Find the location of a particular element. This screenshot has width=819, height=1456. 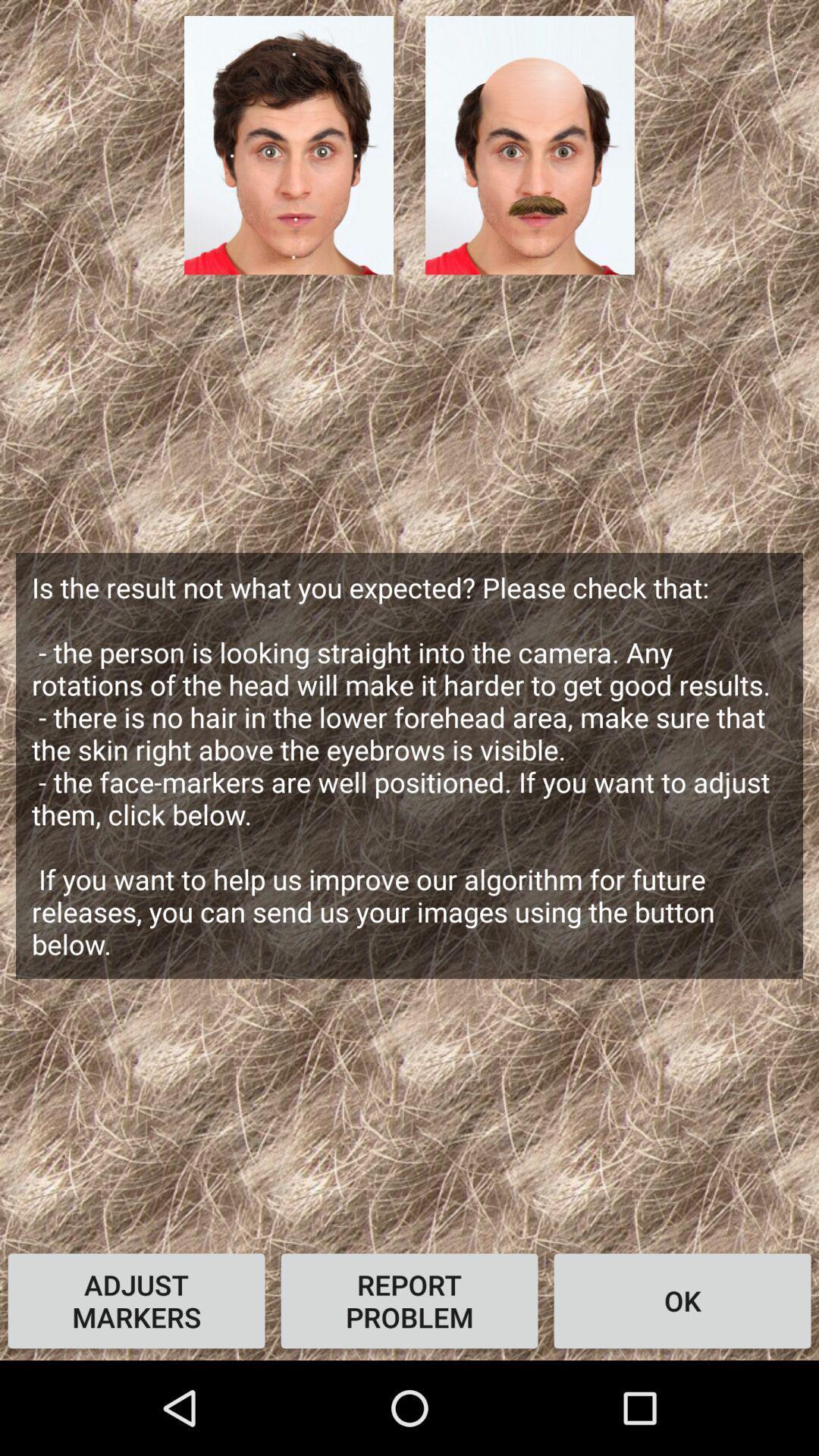

button to the left of report problem icon is located at coordinates (136, 1300).